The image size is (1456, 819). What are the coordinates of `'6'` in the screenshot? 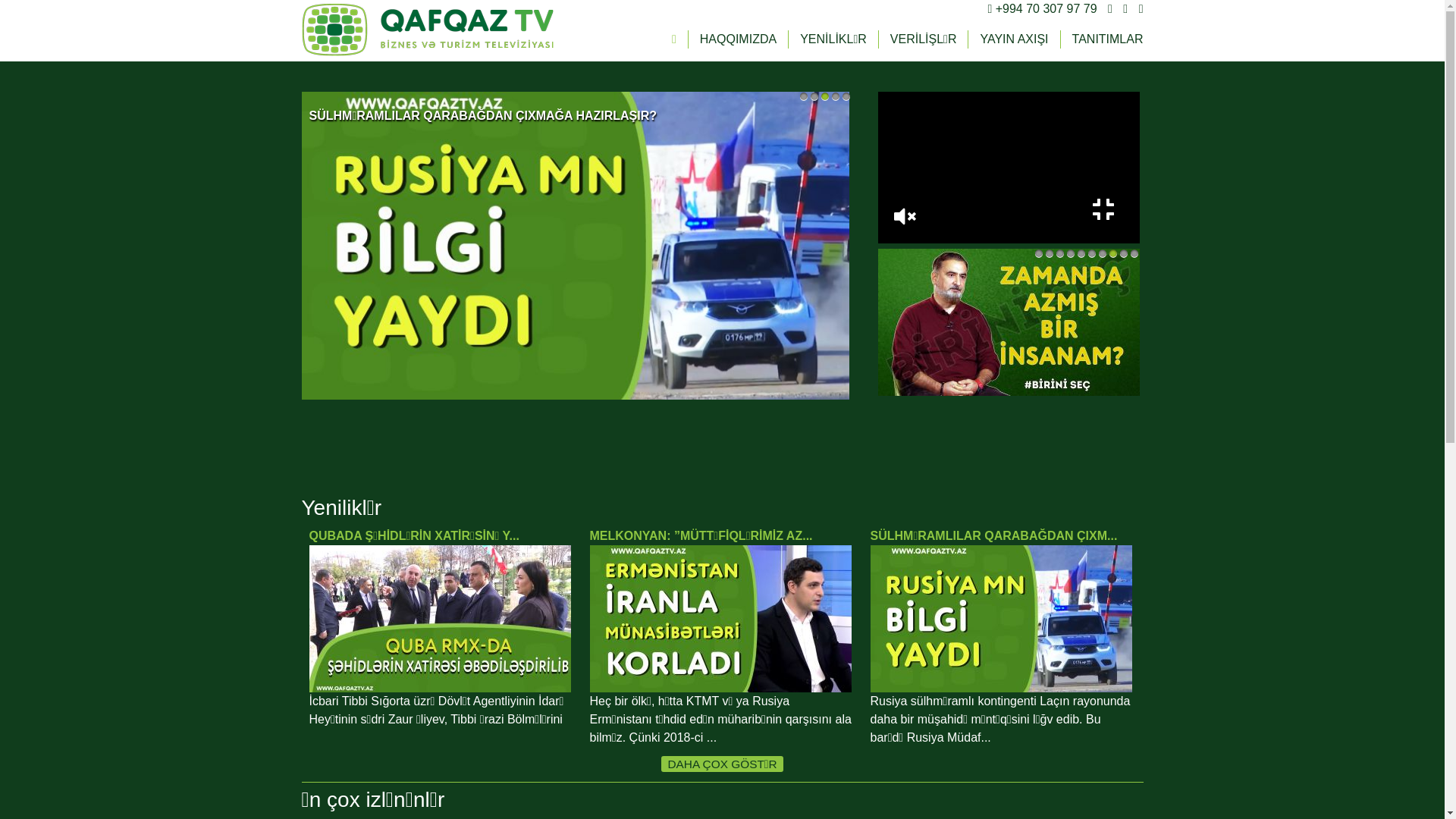 It's located at (1092, 253).